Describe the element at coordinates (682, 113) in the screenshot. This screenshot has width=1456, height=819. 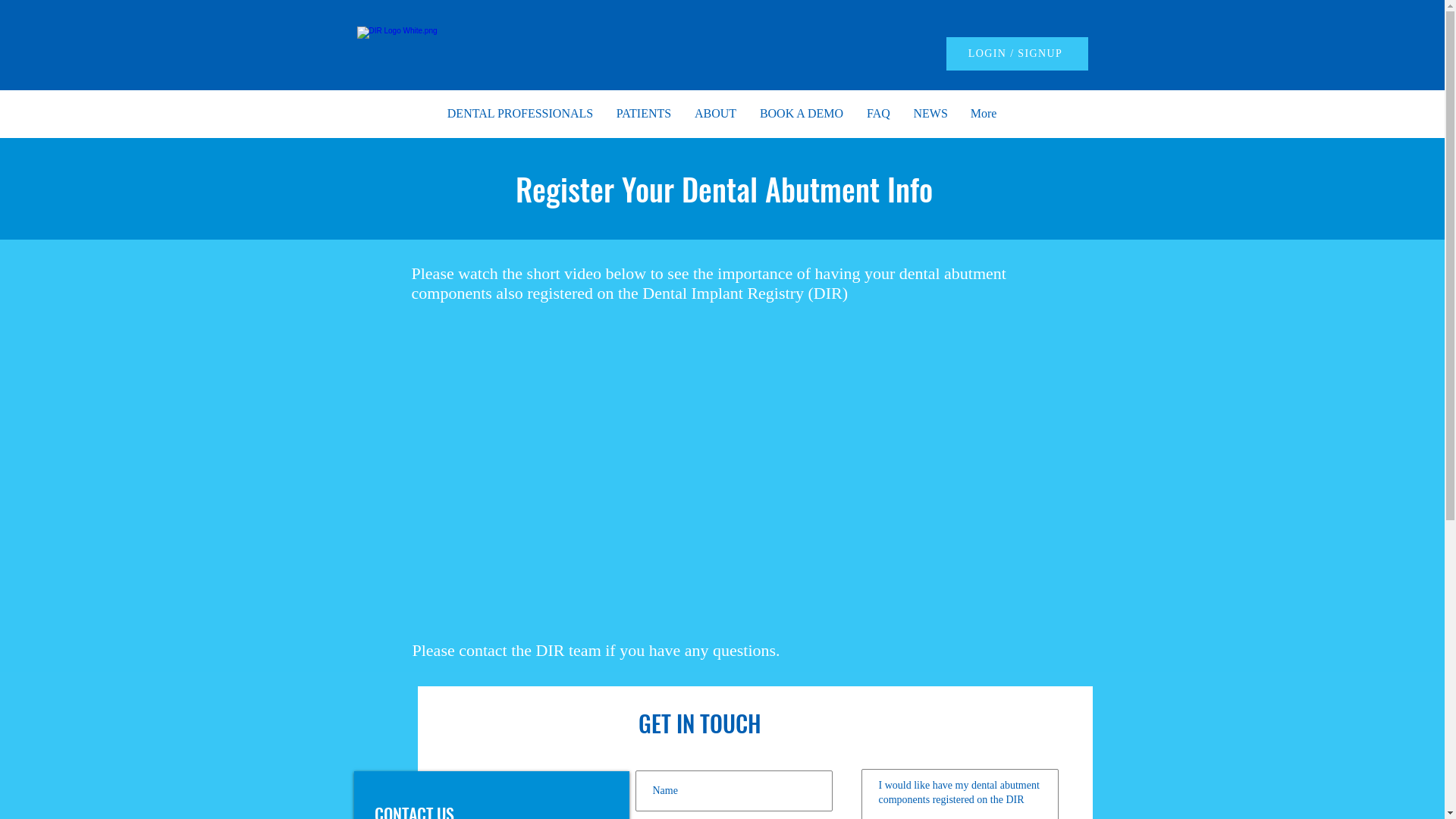
I see `'ABOUT'` at that location.